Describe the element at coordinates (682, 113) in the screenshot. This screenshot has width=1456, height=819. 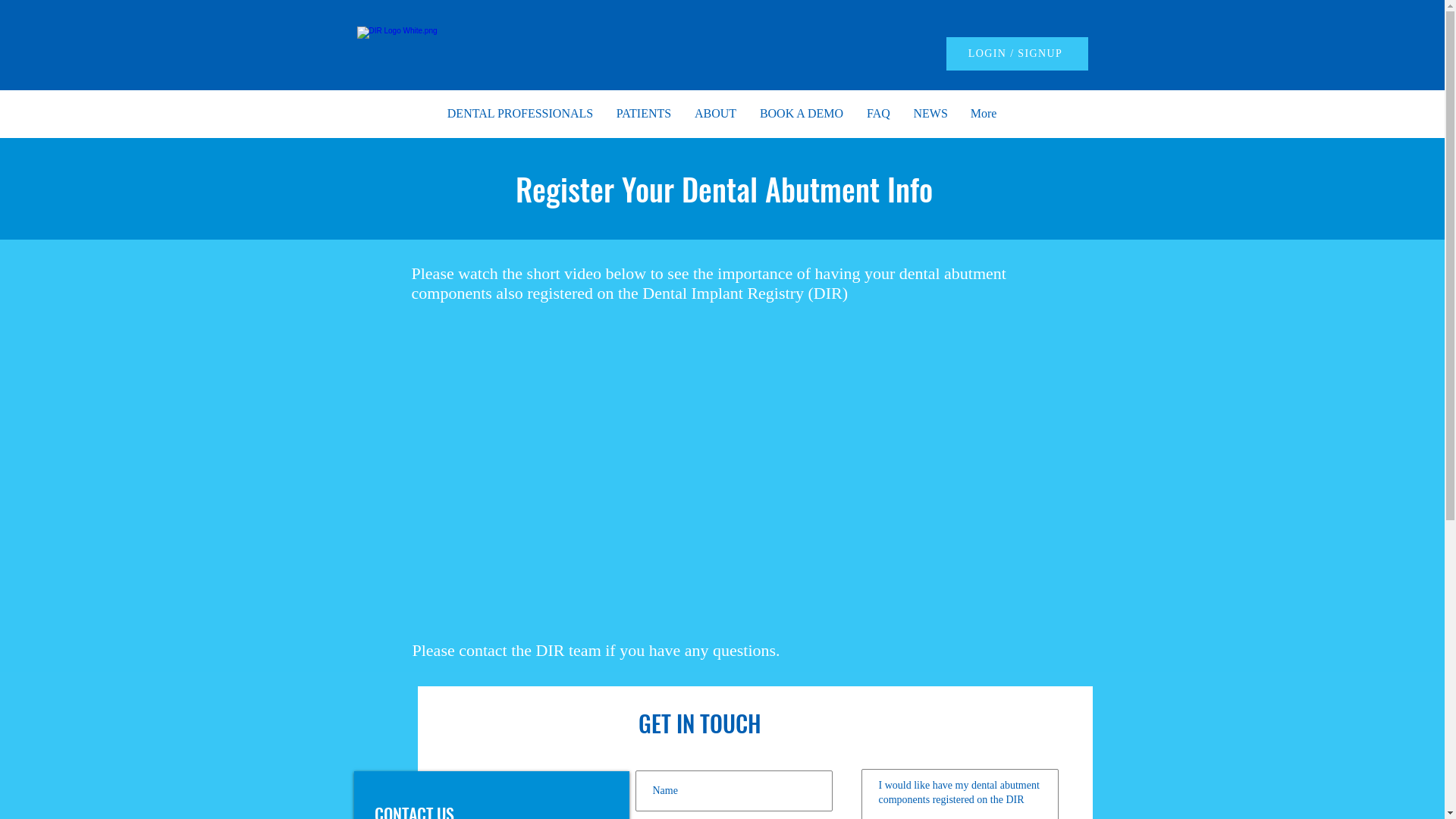
I see `'ABOUT'` at that location.